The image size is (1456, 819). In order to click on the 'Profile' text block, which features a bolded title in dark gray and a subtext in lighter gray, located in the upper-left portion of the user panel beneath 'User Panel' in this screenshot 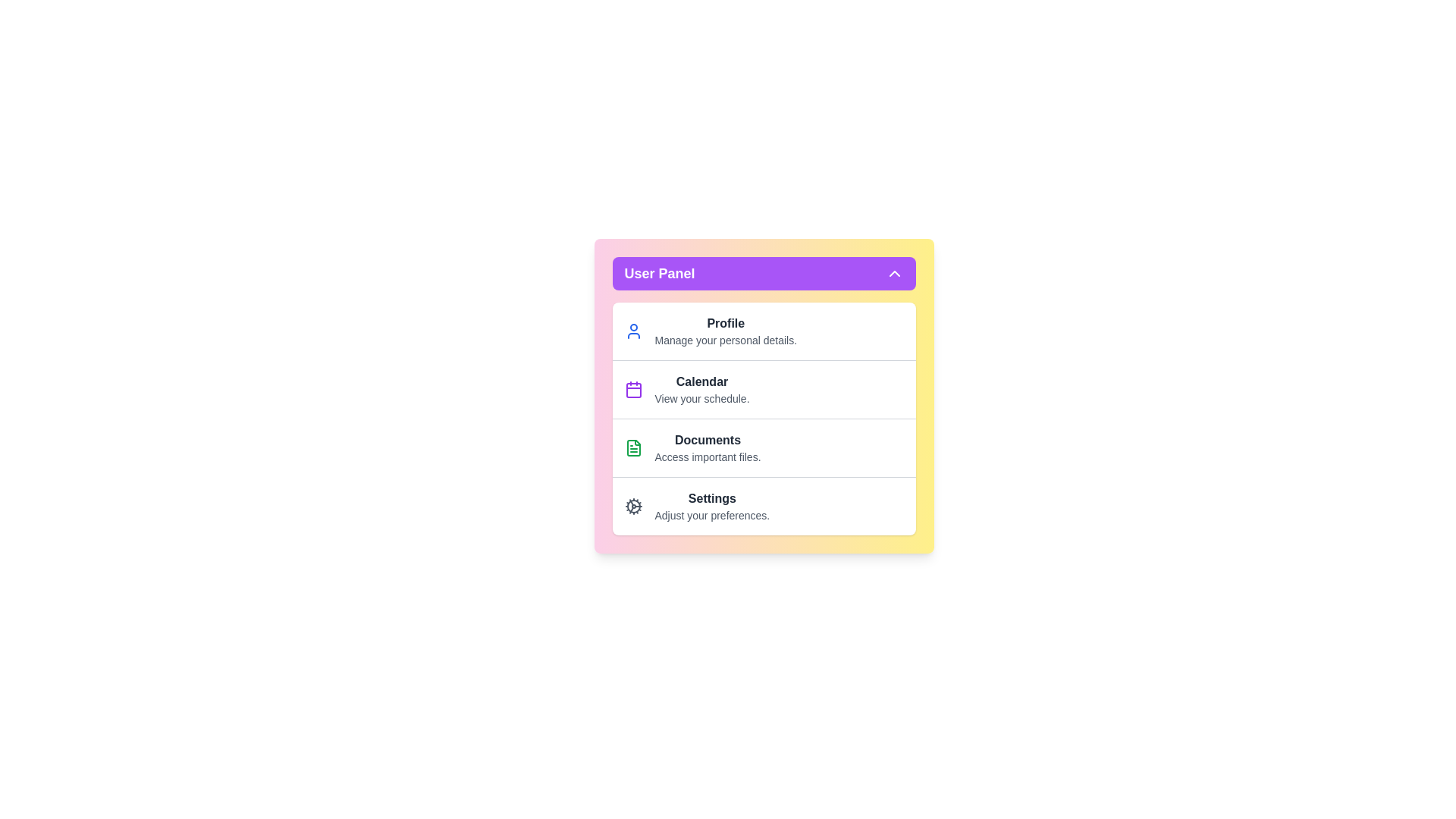, I will do `click(725, 330)`.